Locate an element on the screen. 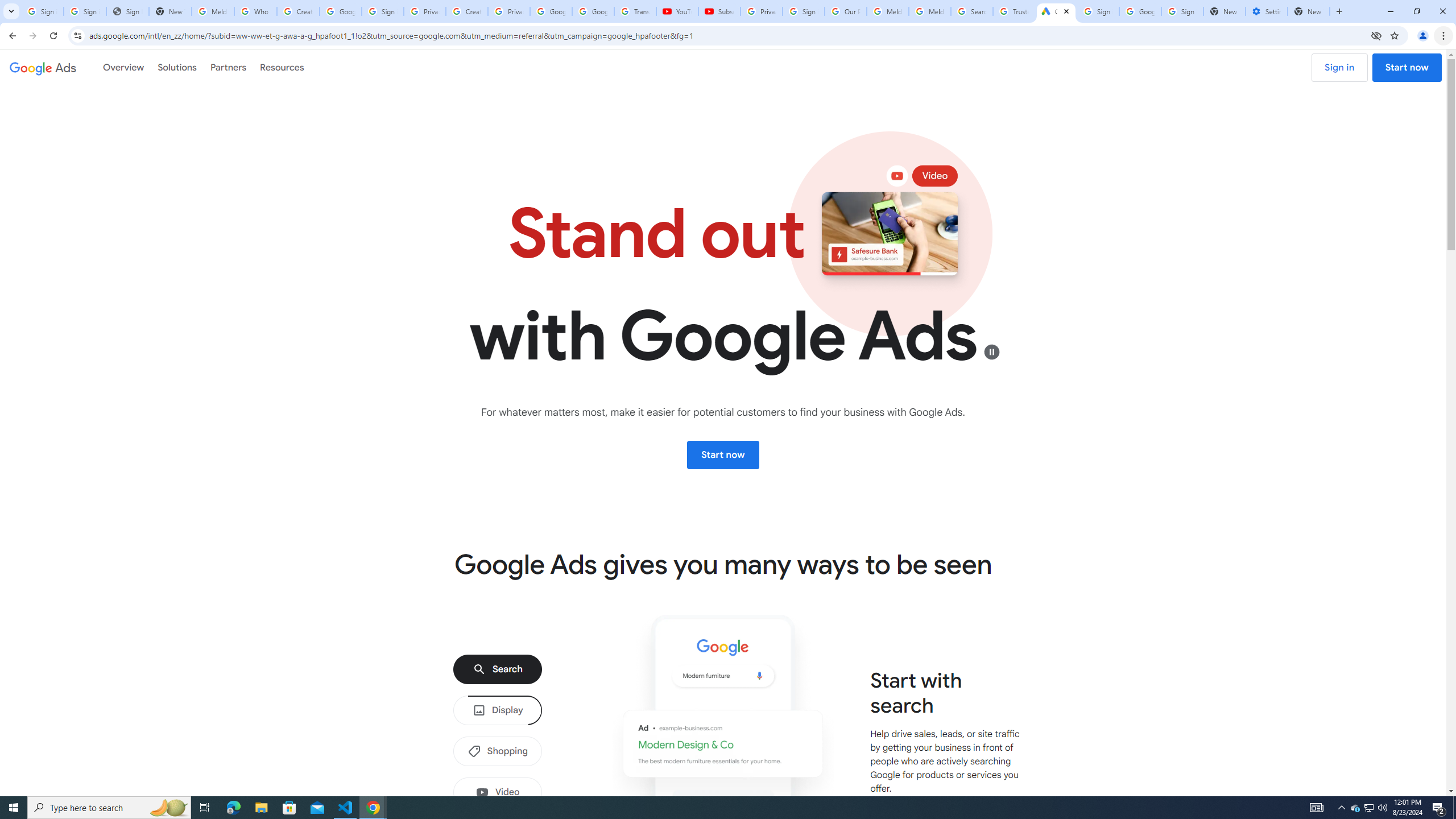  'Google Ads' is located at coordinates (42, 67).